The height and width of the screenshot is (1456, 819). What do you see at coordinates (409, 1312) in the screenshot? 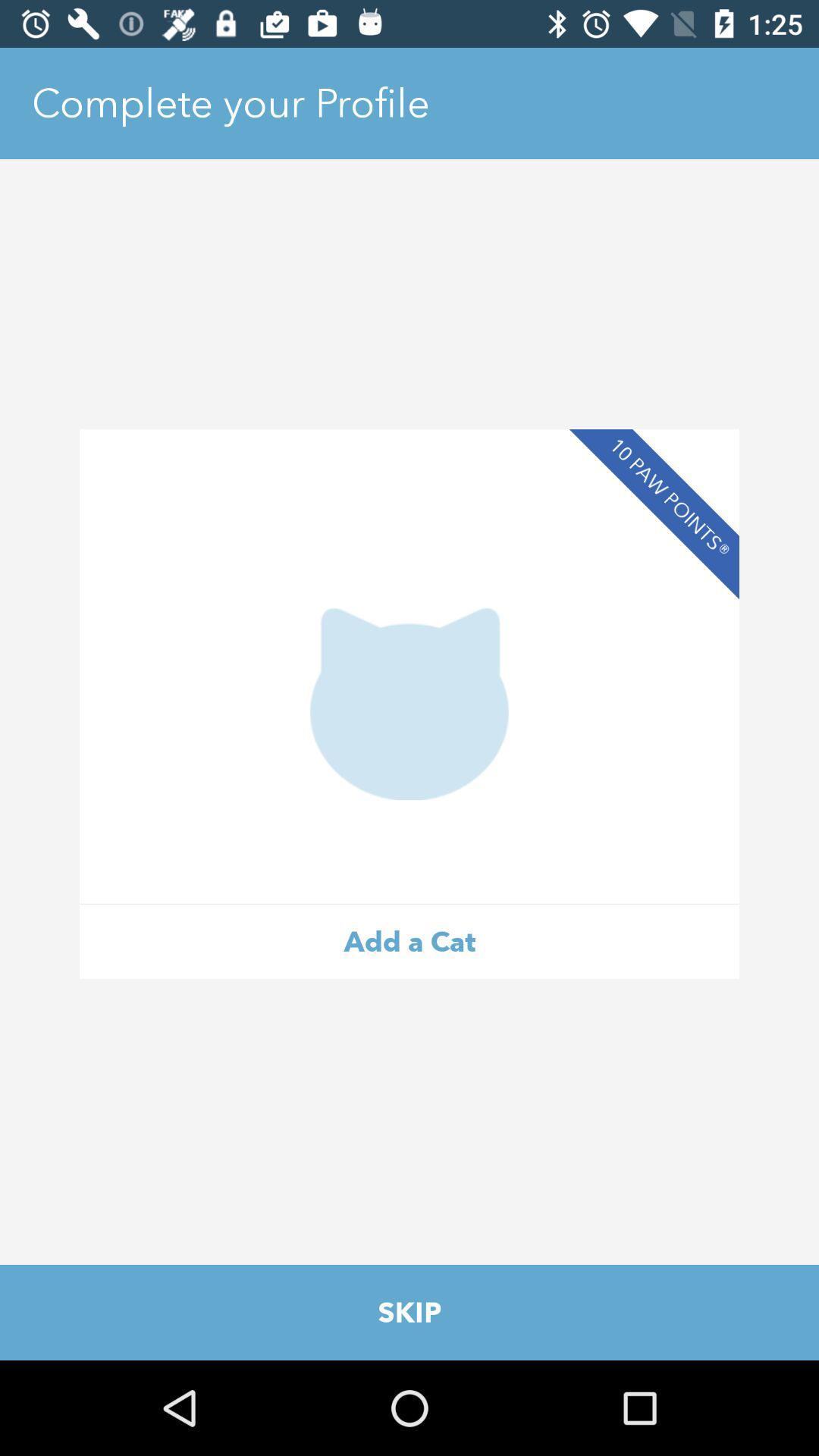
I see `skip item` at bounding box center [409, 1312].